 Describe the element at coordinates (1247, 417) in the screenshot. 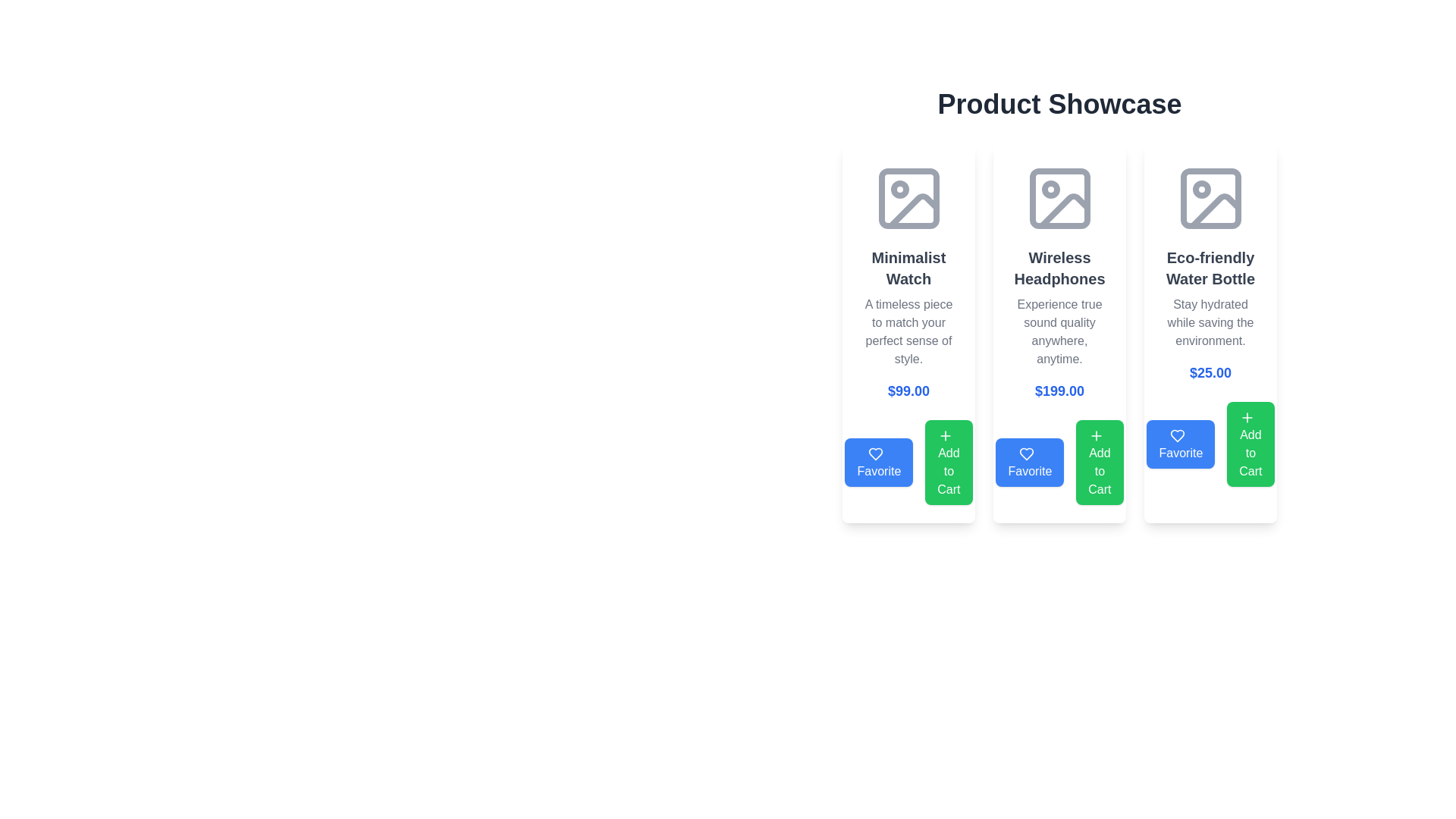

I see `the plus icon within the green 'Add to Cart' button located at the right bottom section of the product card` at that location.